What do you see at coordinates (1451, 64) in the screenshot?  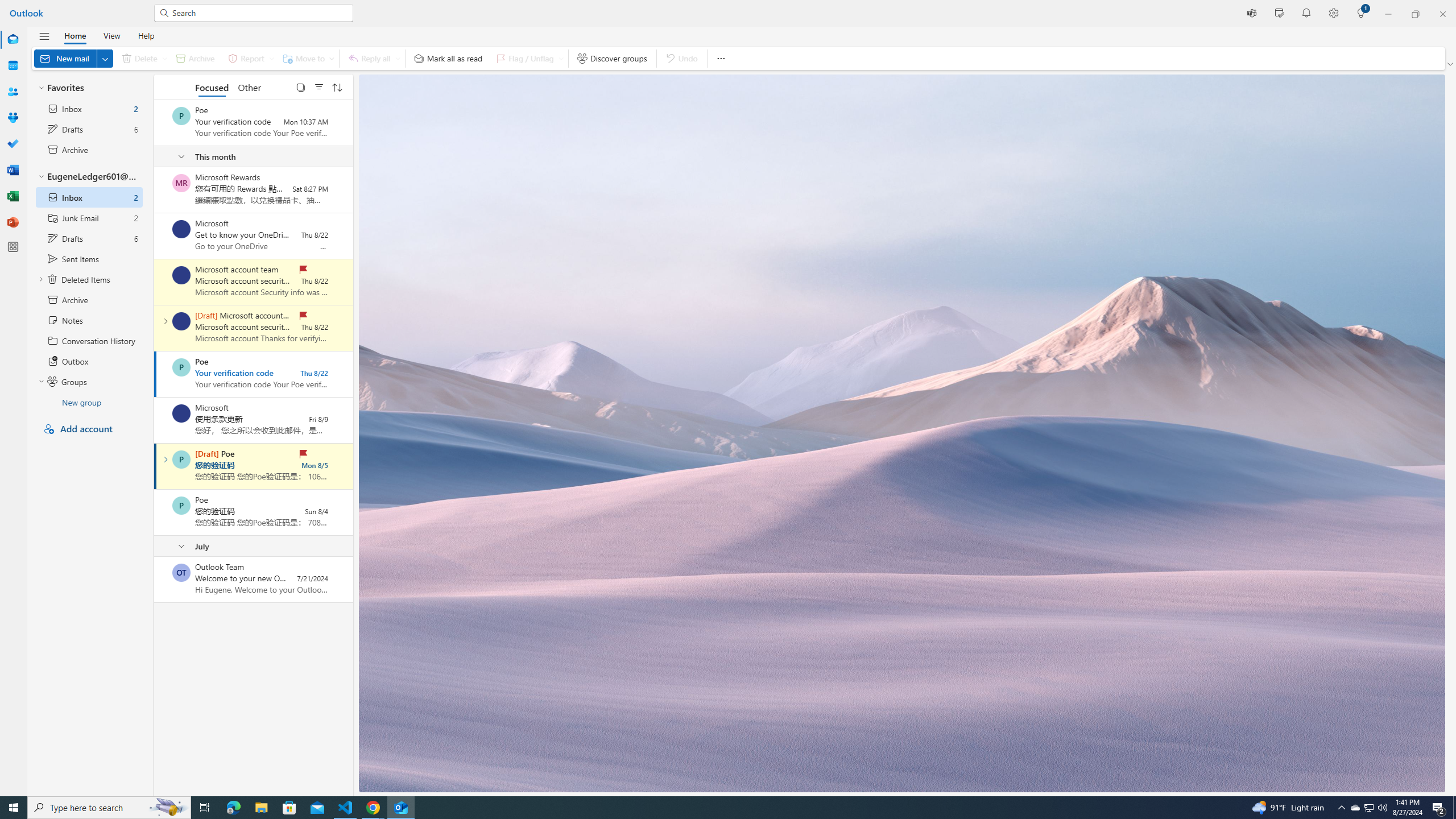 I see `'Ribbon display options'` at bounding box center [1451, 64].